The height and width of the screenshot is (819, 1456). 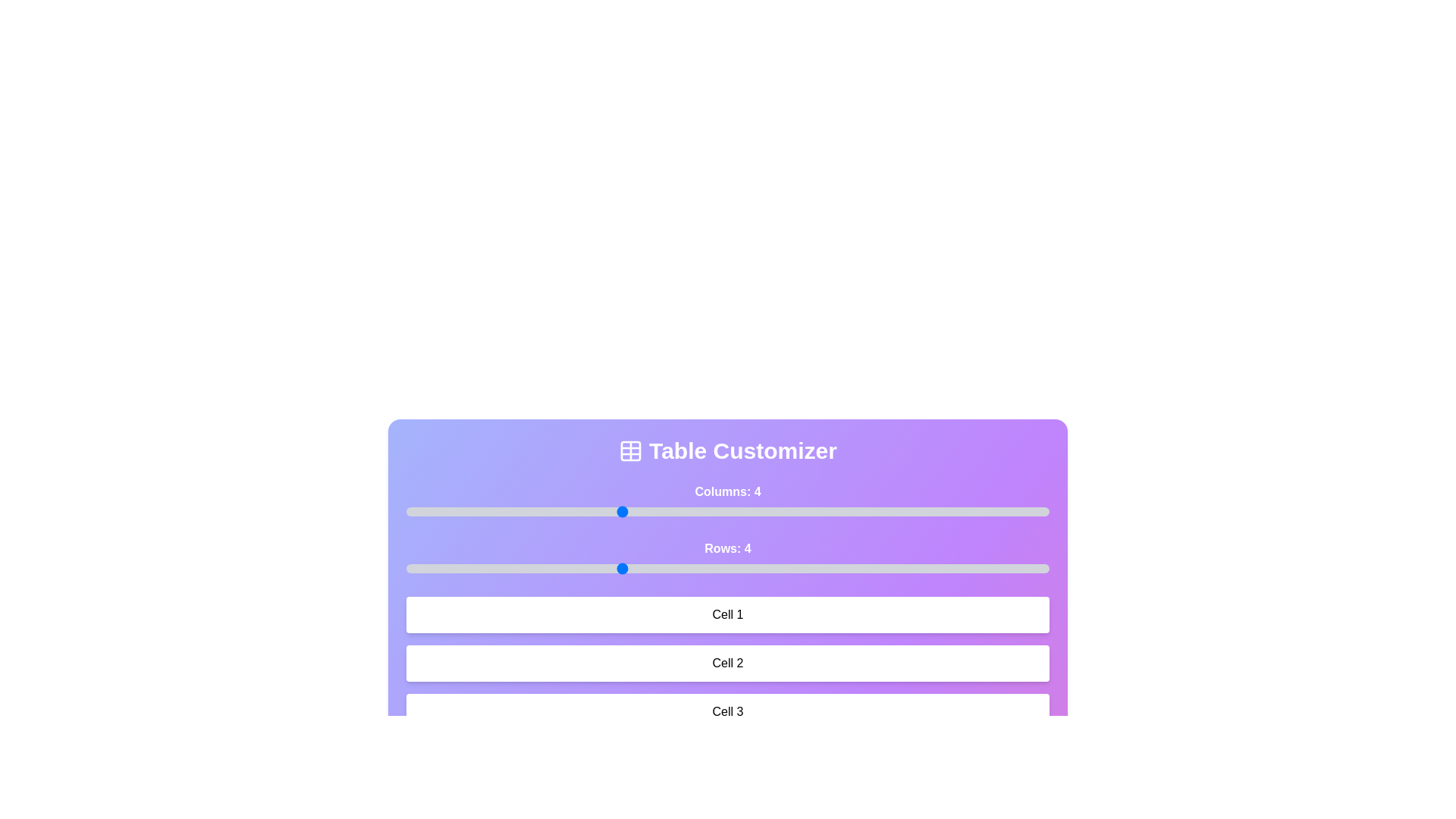 I want to click on the number of rows by setting the slider to 3 rows, so click(x=513, y=568).